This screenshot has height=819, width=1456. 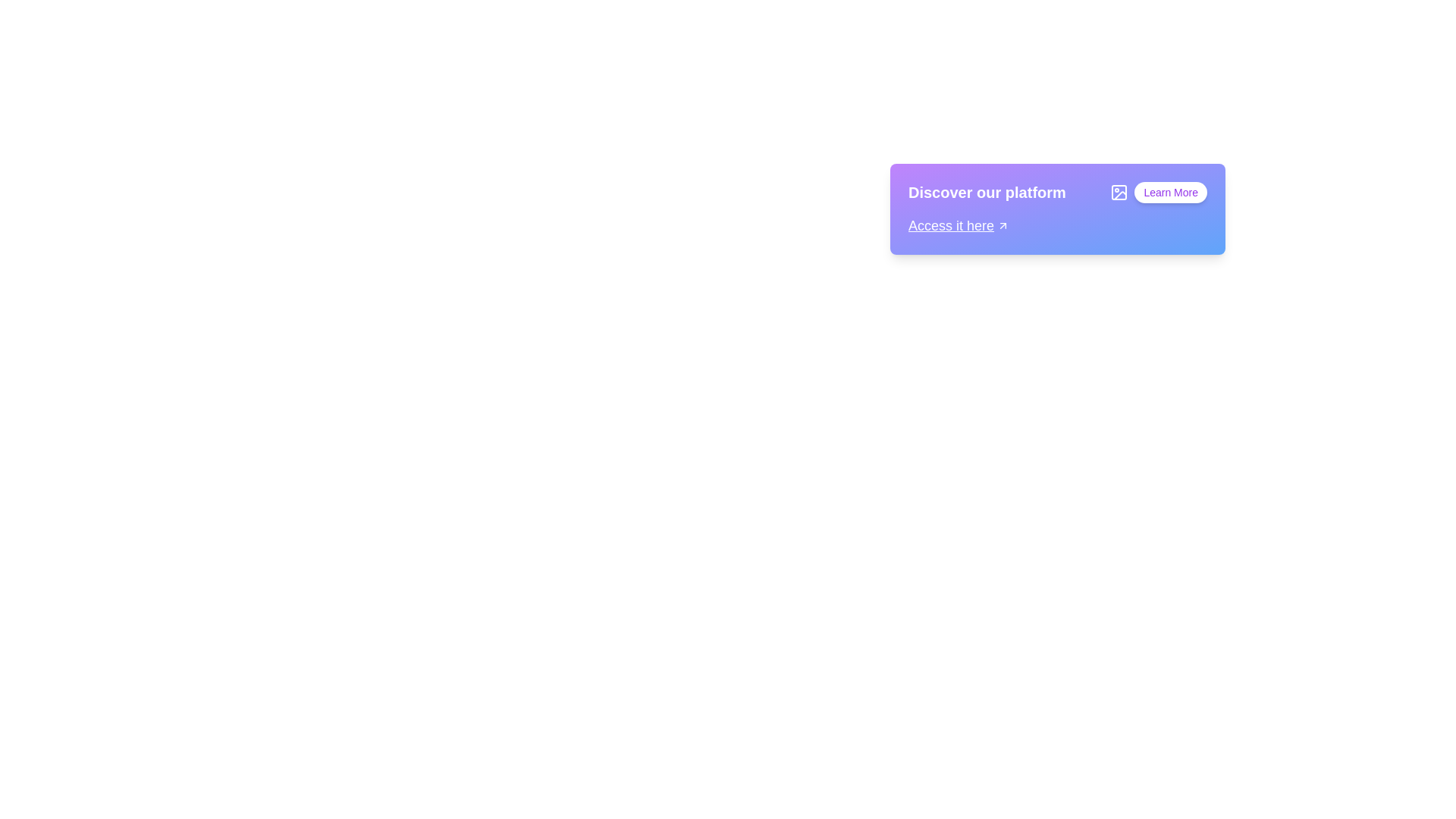 I want to click on the arrow icon located to the right of the text 'Access it here' which signifies a hyperlink for navigation, so click(x=1003, y=225).